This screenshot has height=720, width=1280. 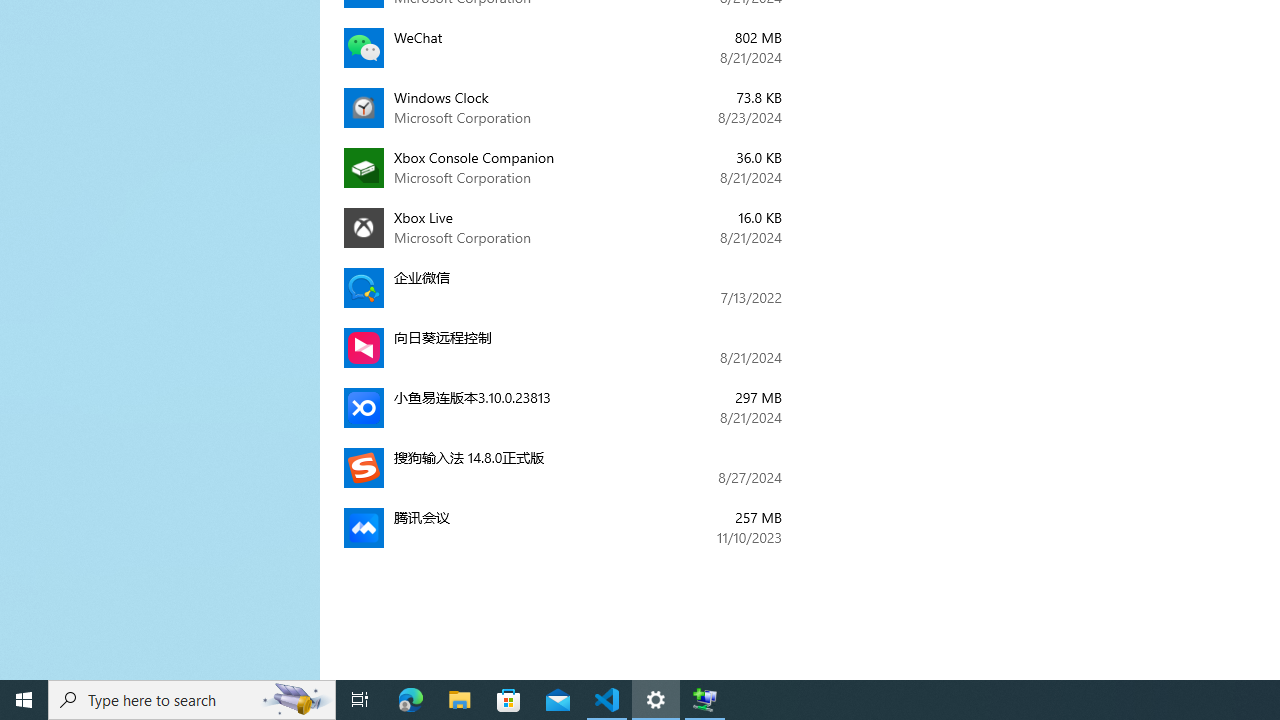 I want to click on 'Microsoft Store', so click(x=509, y=698).